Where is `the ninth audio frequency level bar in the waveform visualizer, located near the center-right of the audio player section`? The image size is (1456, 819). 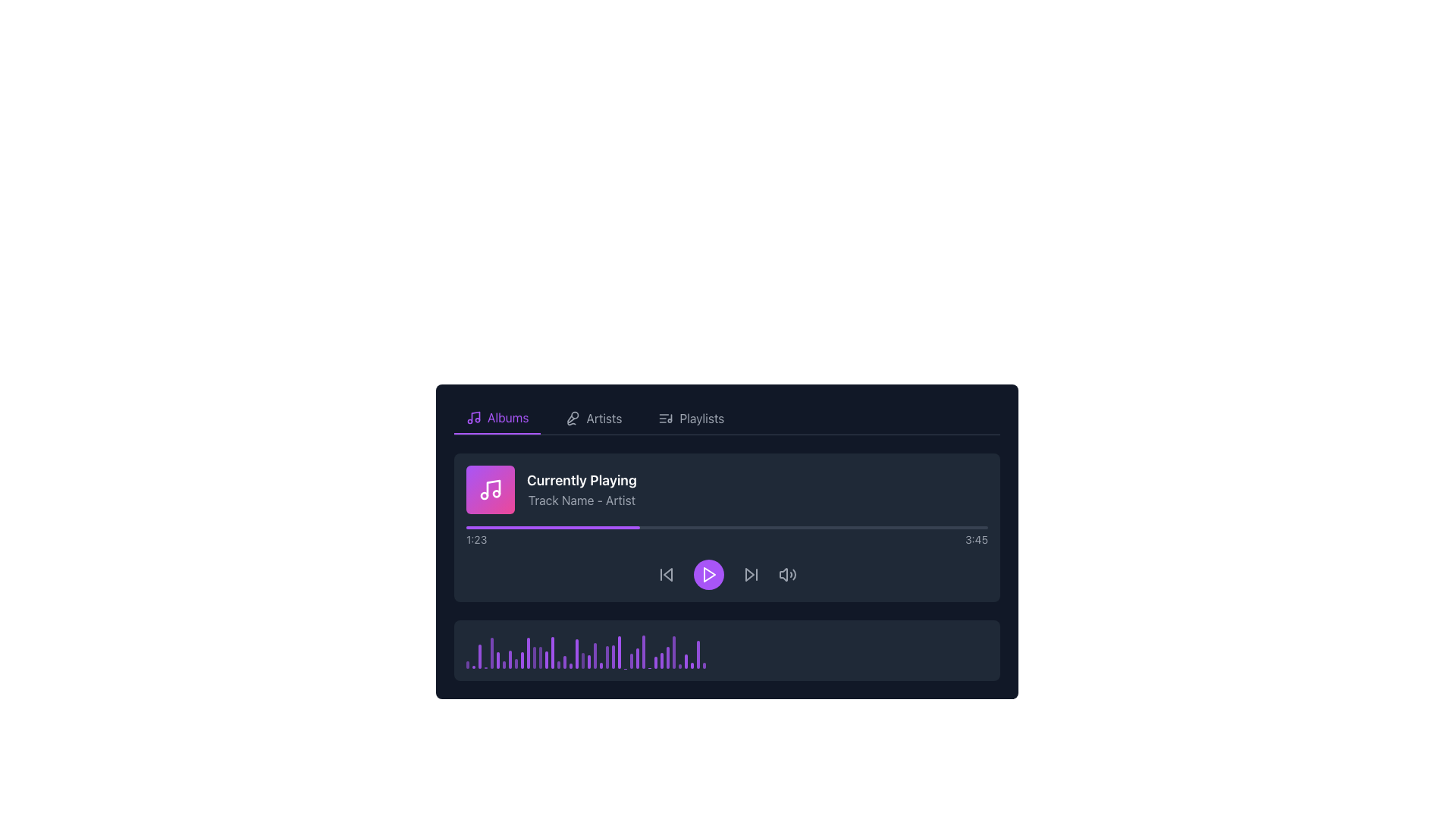
the ninth audio frequency level bar in the waveform visualizer, located near the center-right of the audio player section is located at coordinates (516, 663).